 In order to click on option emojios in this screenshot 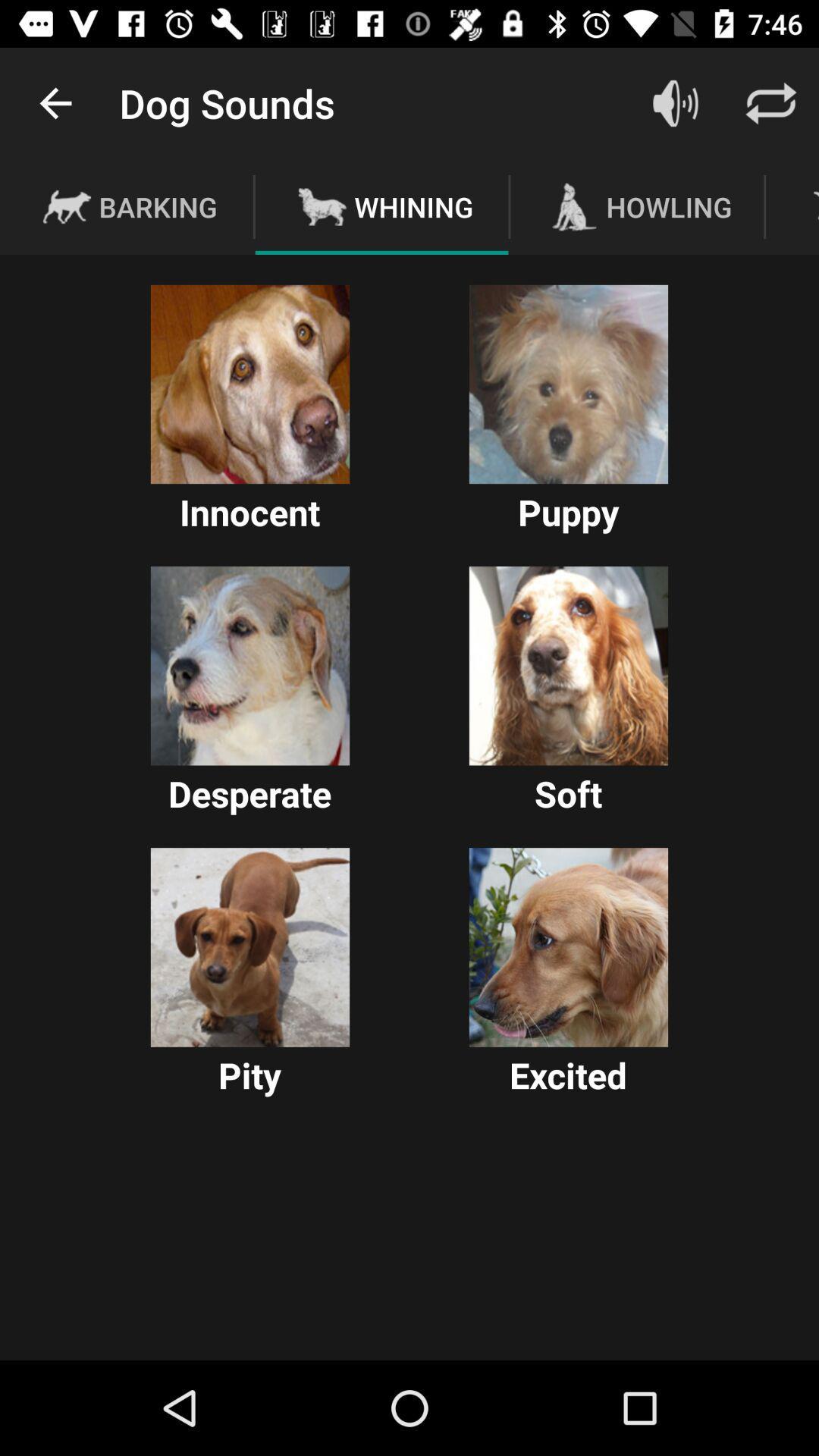, I will do `click(249, 946)`.